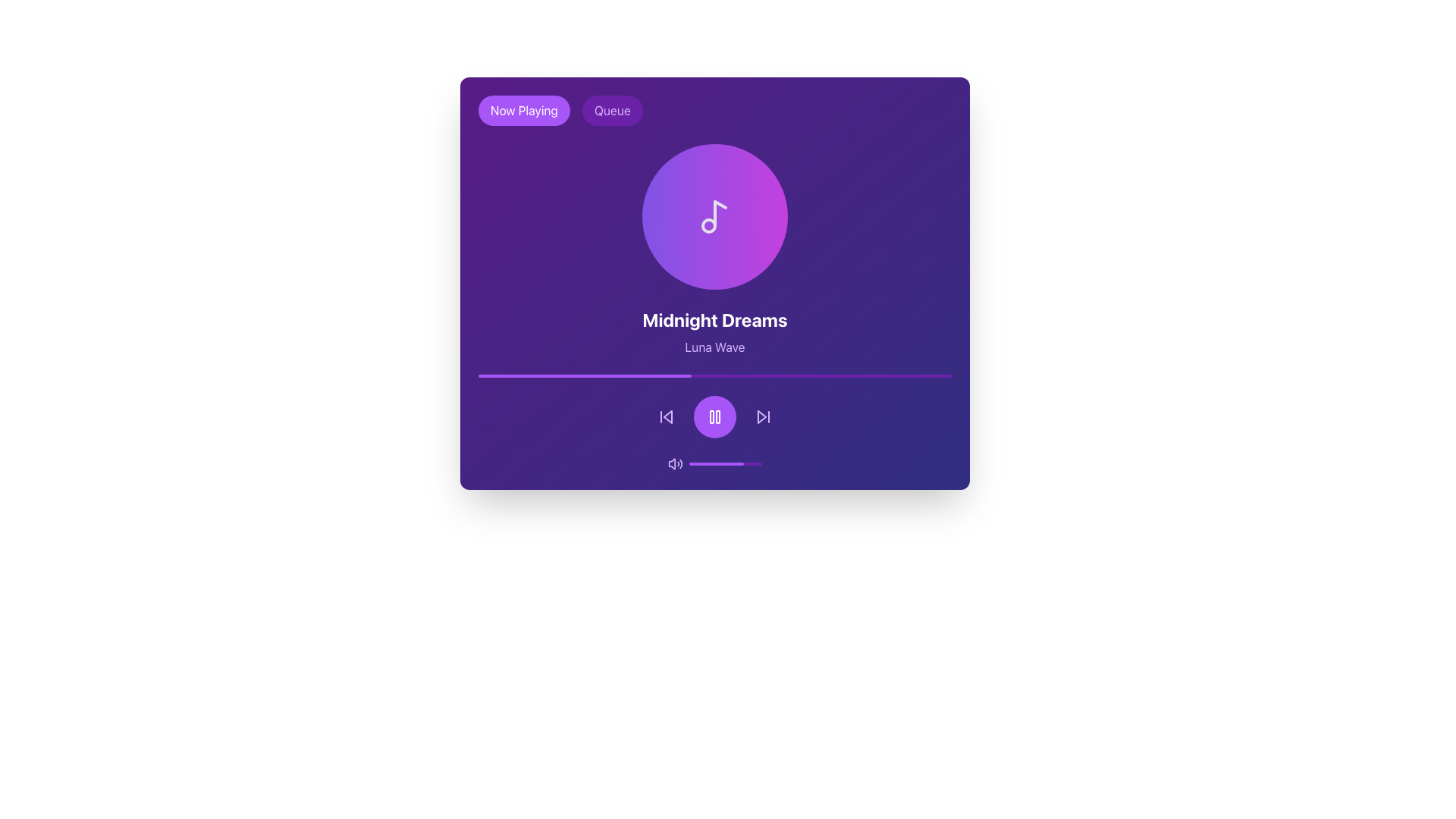  I want to click on the music player track element displaying 'Midnight Dreams' by 'Luna Wave' to play or pause the track, so click(714, 307).